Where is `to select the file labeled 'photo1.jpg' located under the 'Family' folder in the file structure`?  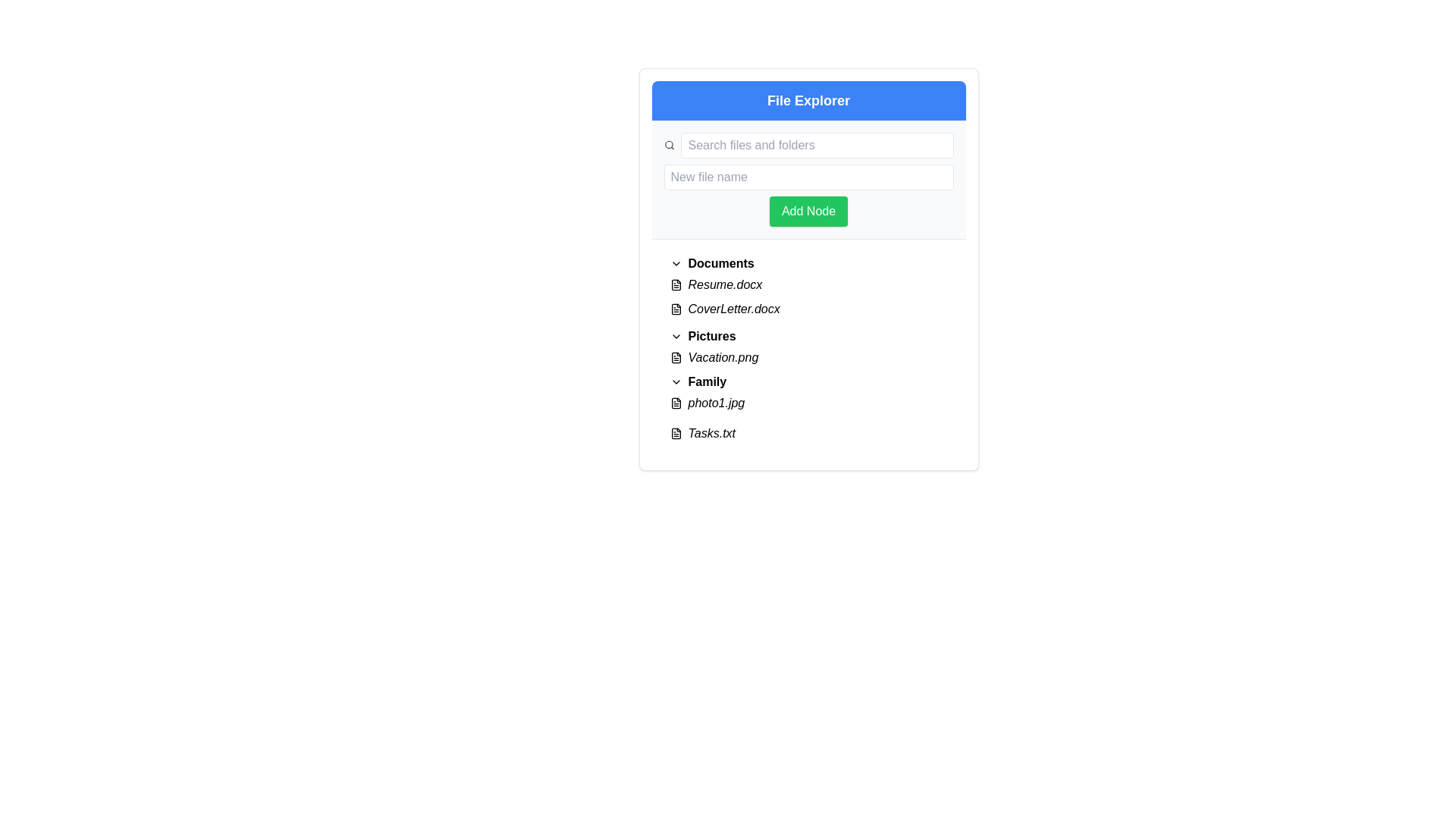
to select the file labeled 'photo1.jpg' located under the 'Family' folder in the file structure is located at coordinates (808, 403).